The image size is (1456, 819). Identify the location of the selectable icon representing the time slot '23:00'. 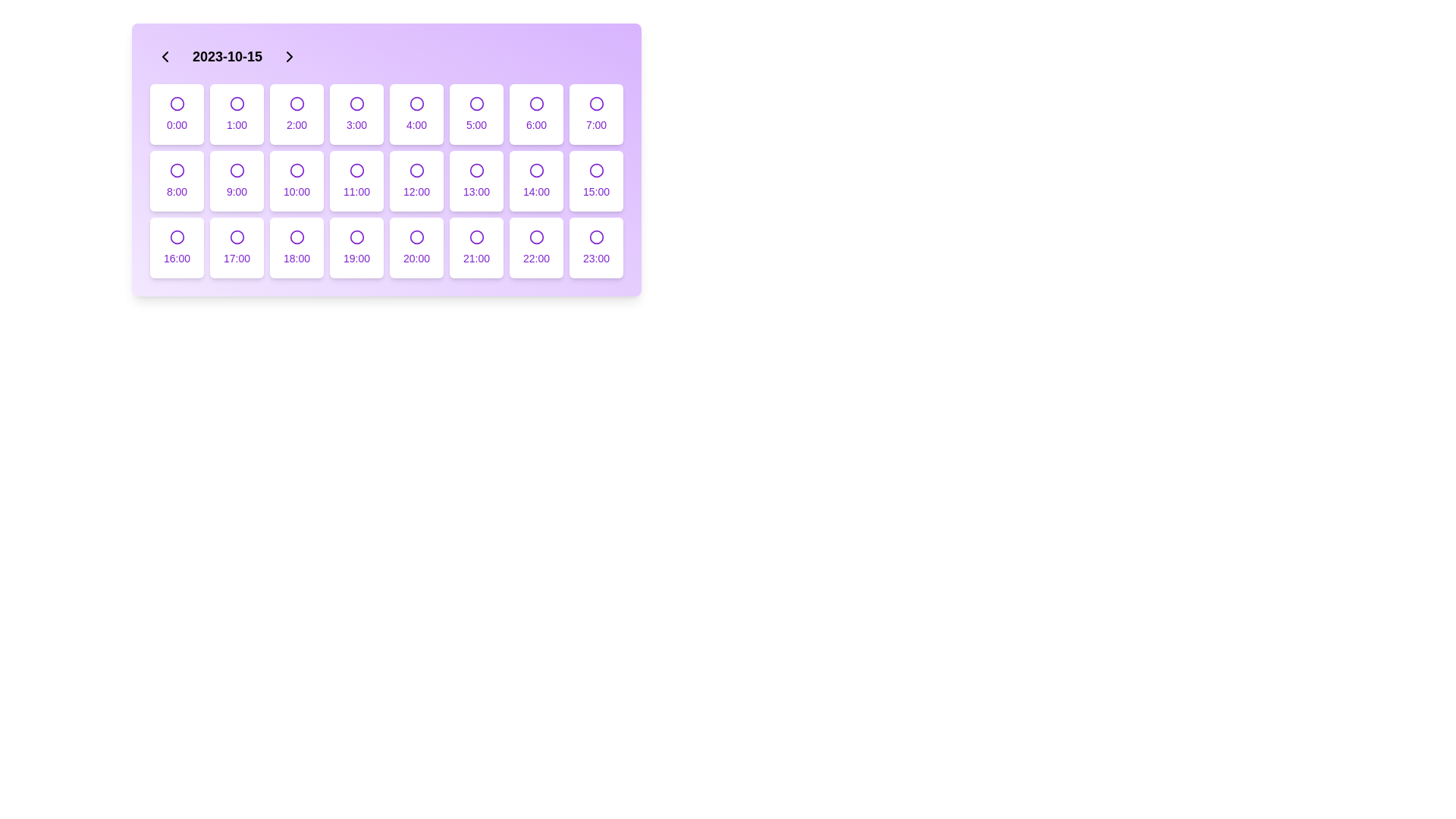
(595, 237).